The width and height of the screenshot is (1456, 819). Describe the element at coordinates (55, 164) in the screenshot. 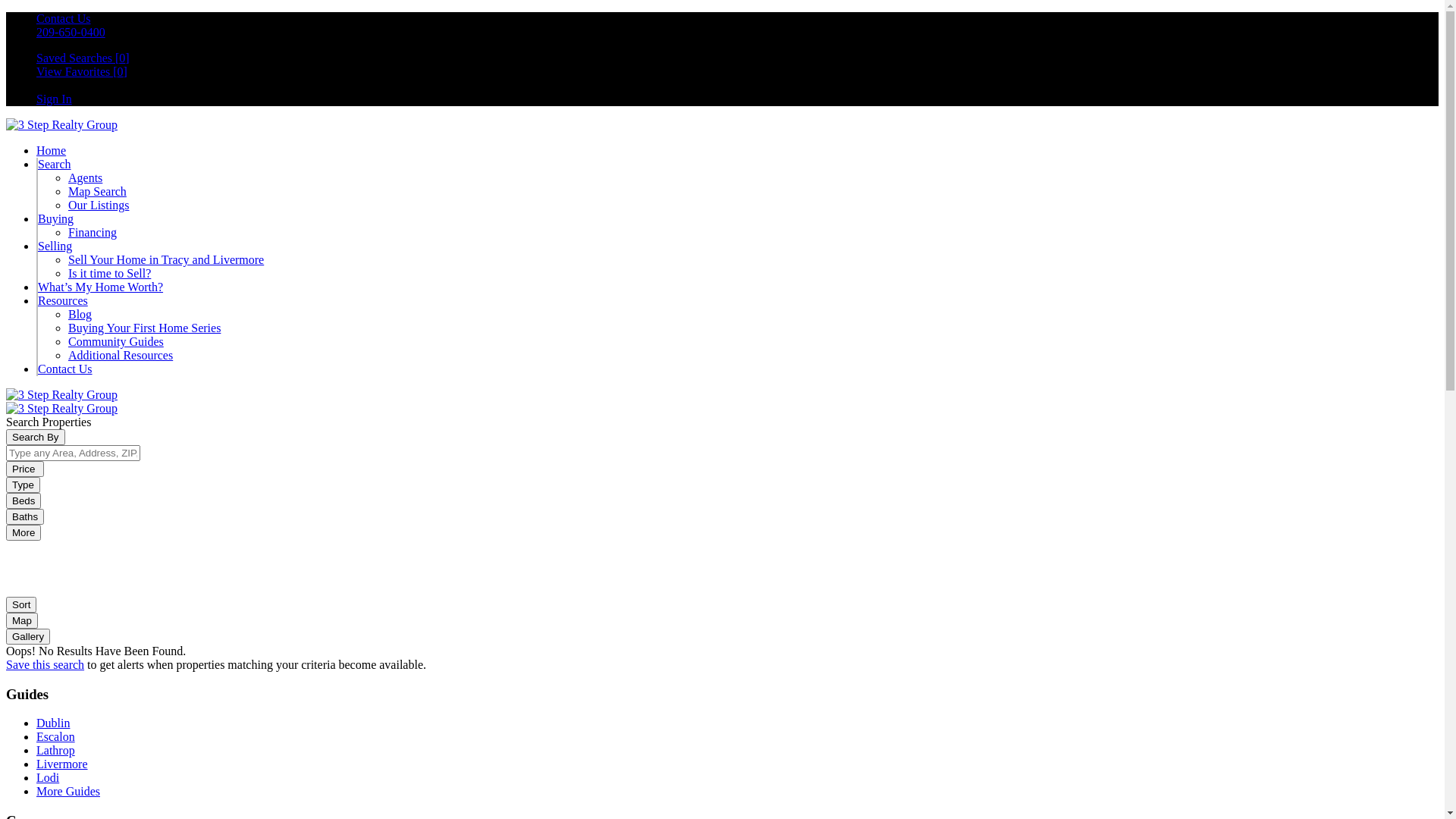

I see `'Search'` at that location.